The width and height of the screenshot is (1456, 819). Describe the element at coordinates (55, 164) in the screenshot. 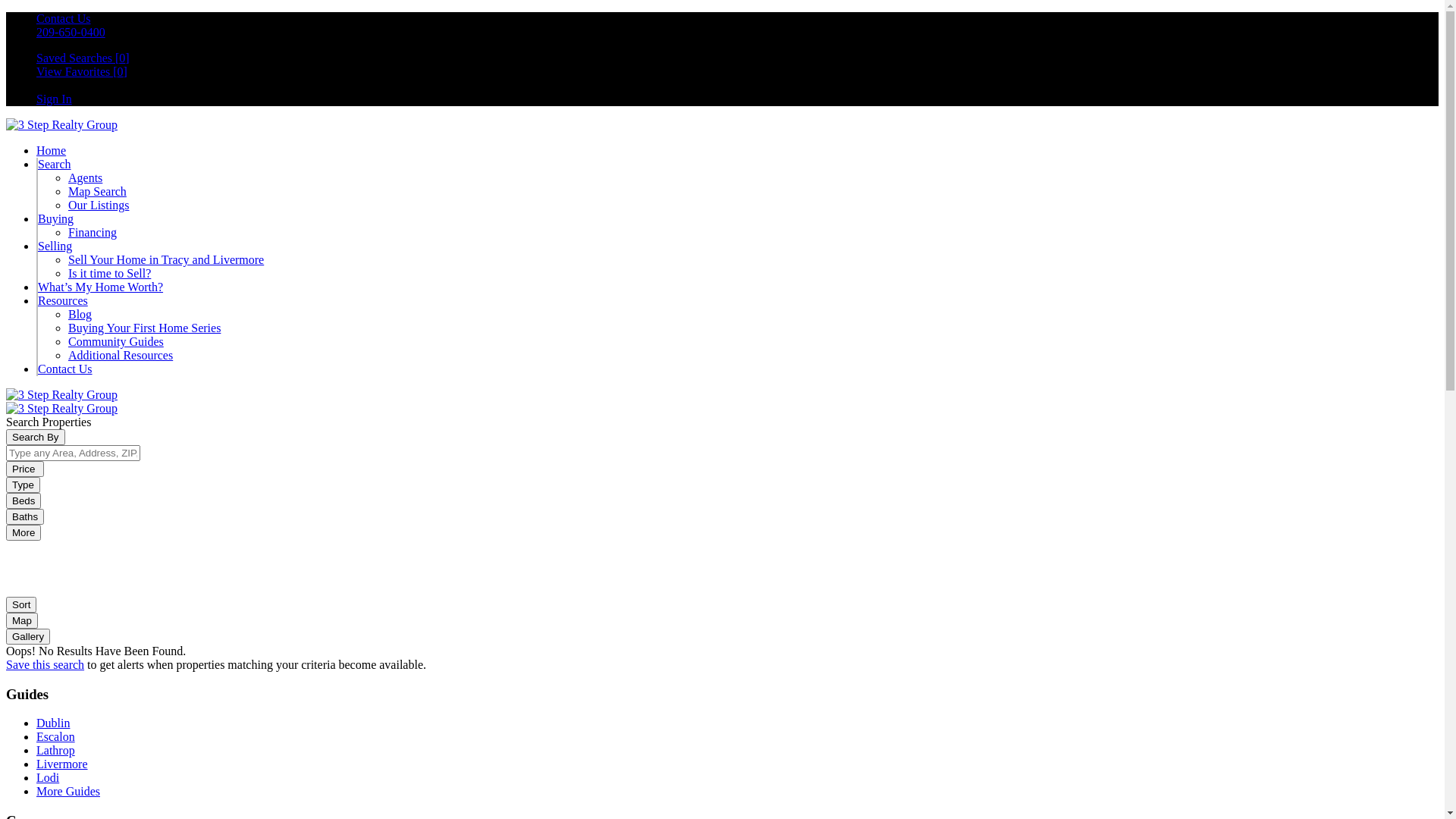

I see `'Search'` at that location.